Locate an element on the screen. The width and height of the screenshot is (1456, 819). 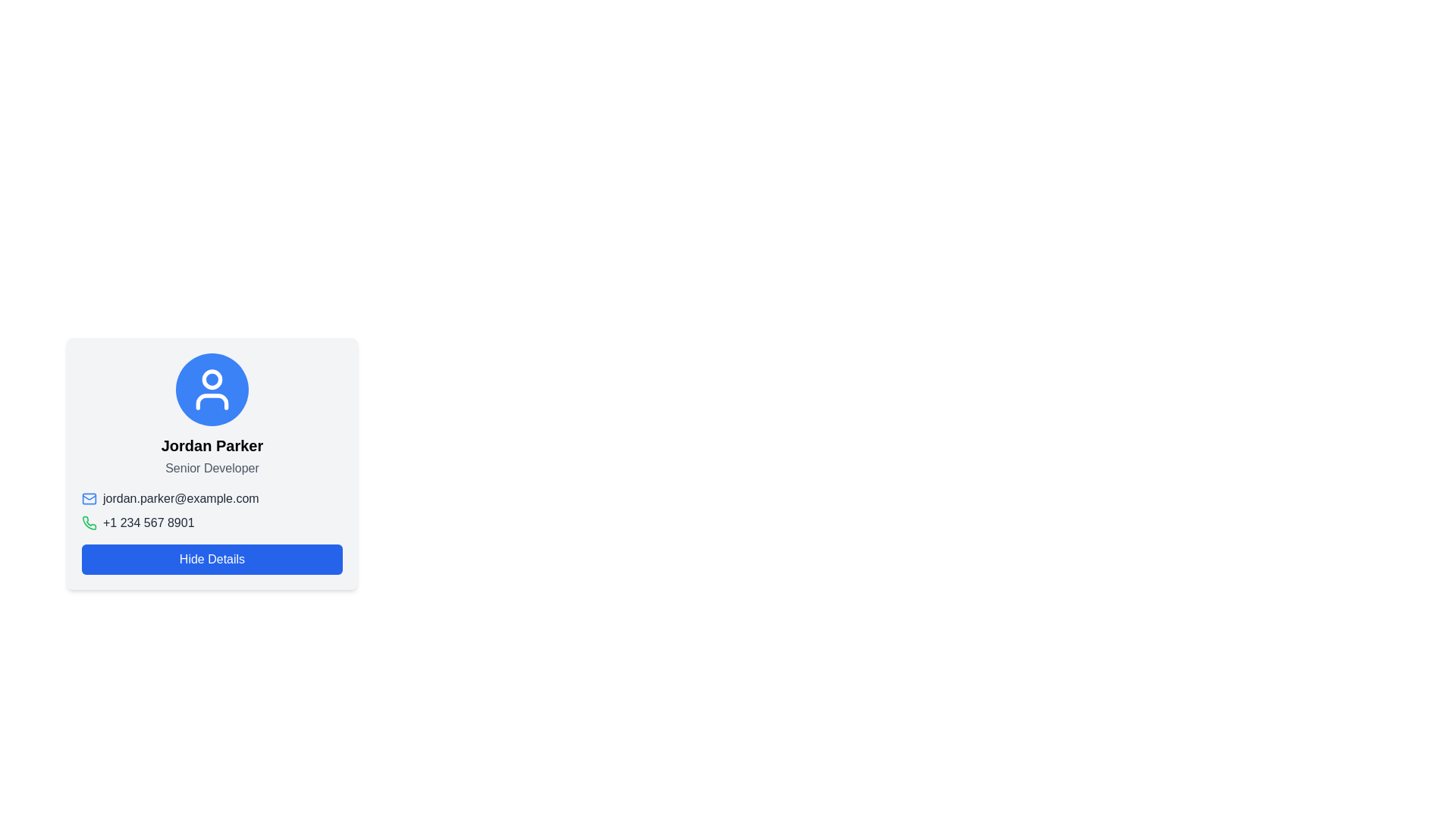
the green phone icon located next to the phone number '+1 234 567 8901' in the user's contact details section is located at coordinates (211, 511).